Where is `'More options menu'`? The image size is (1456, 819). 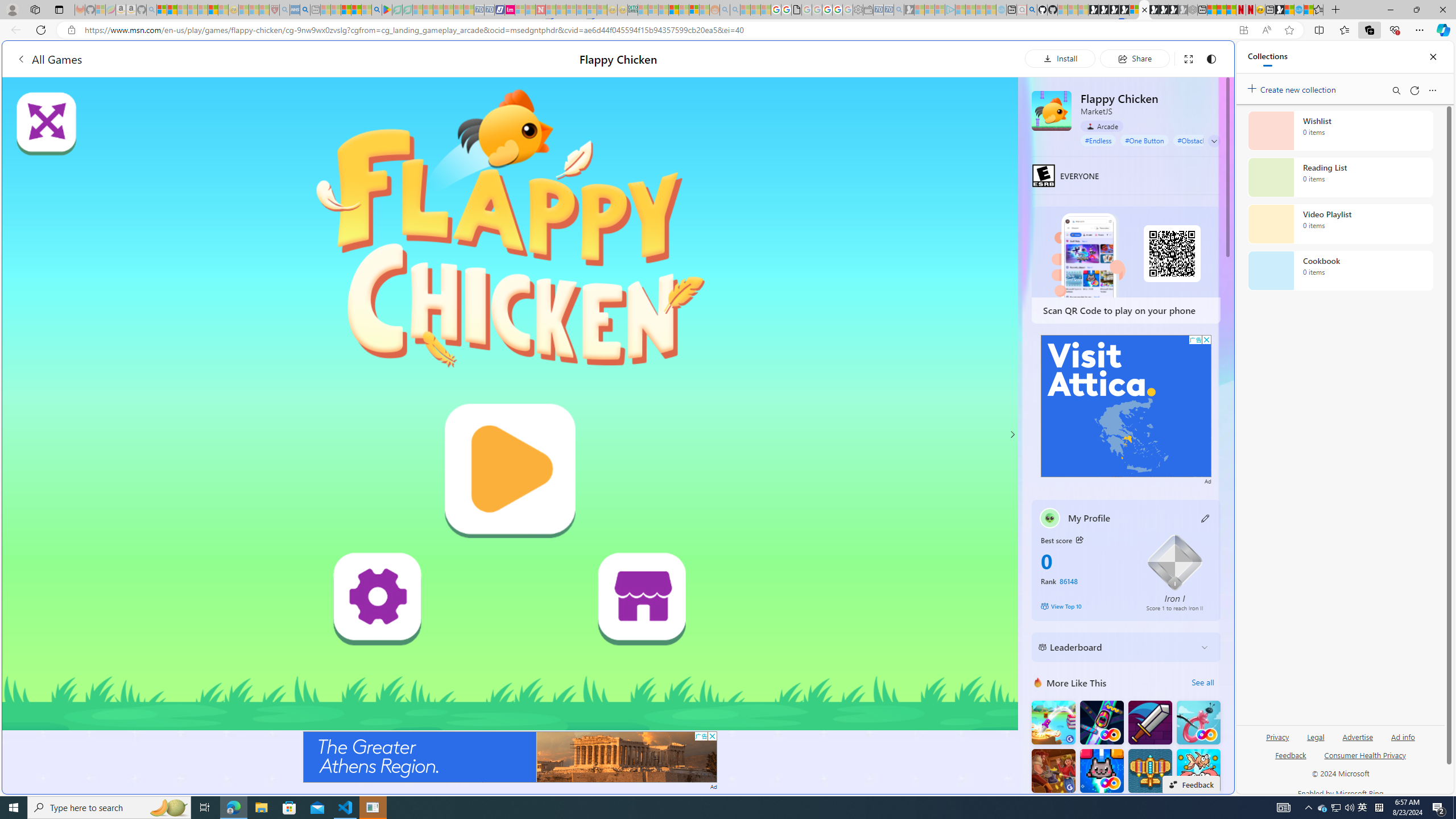 'More options menu' is located at coordinates (1433, 90).